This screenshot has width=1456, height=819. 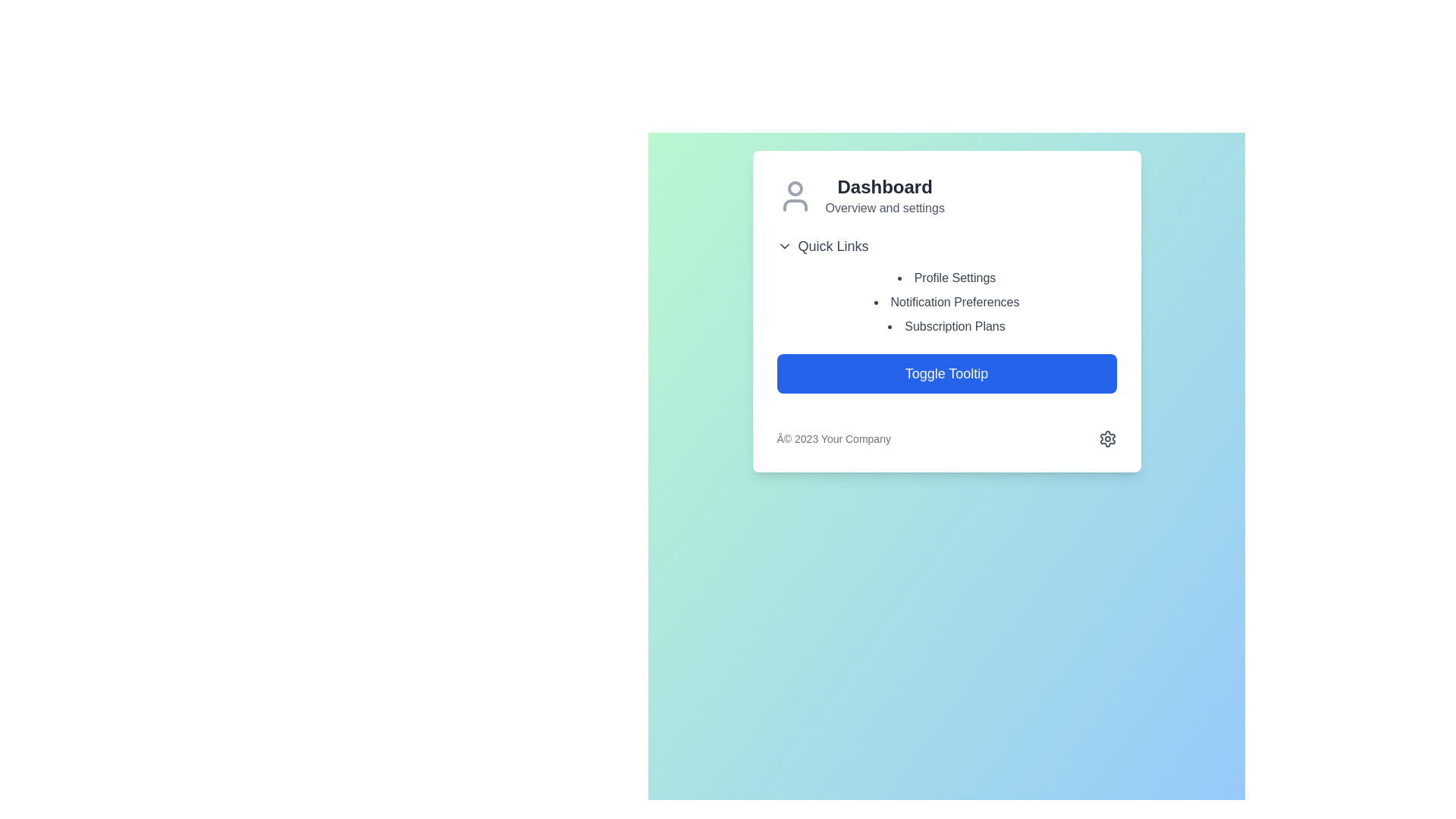 What do you see at coordinates (946, 311) in the screenshot?
I see `the 'Notification Preferences' text item in the 'Quick Links' section` at bounding box center [946, 311].